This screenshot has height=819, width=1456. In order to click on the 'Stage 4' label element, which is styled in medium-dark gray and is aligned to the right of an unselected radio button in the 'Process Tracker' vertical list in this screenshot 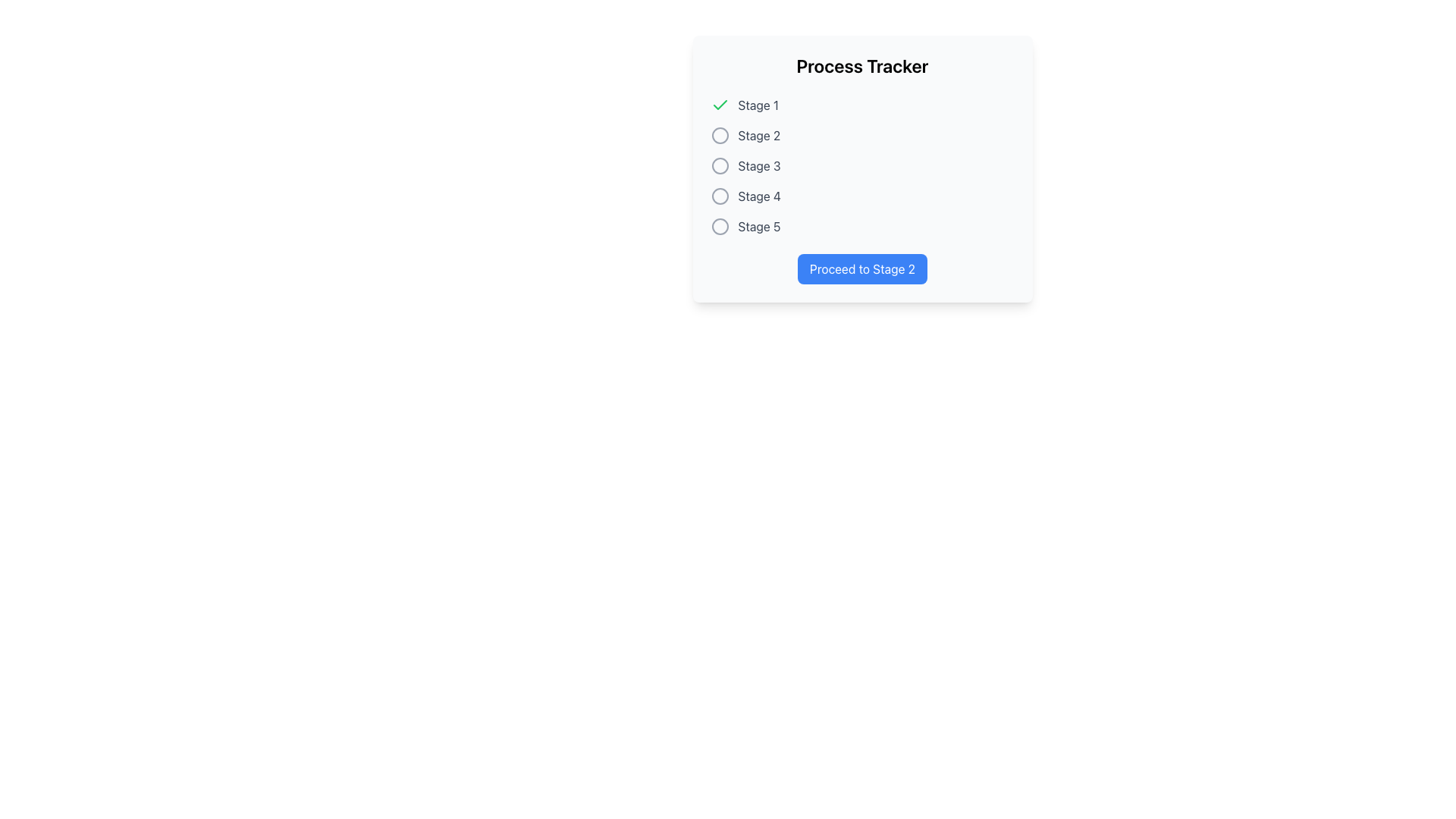, I will do `click(759, 195)`.